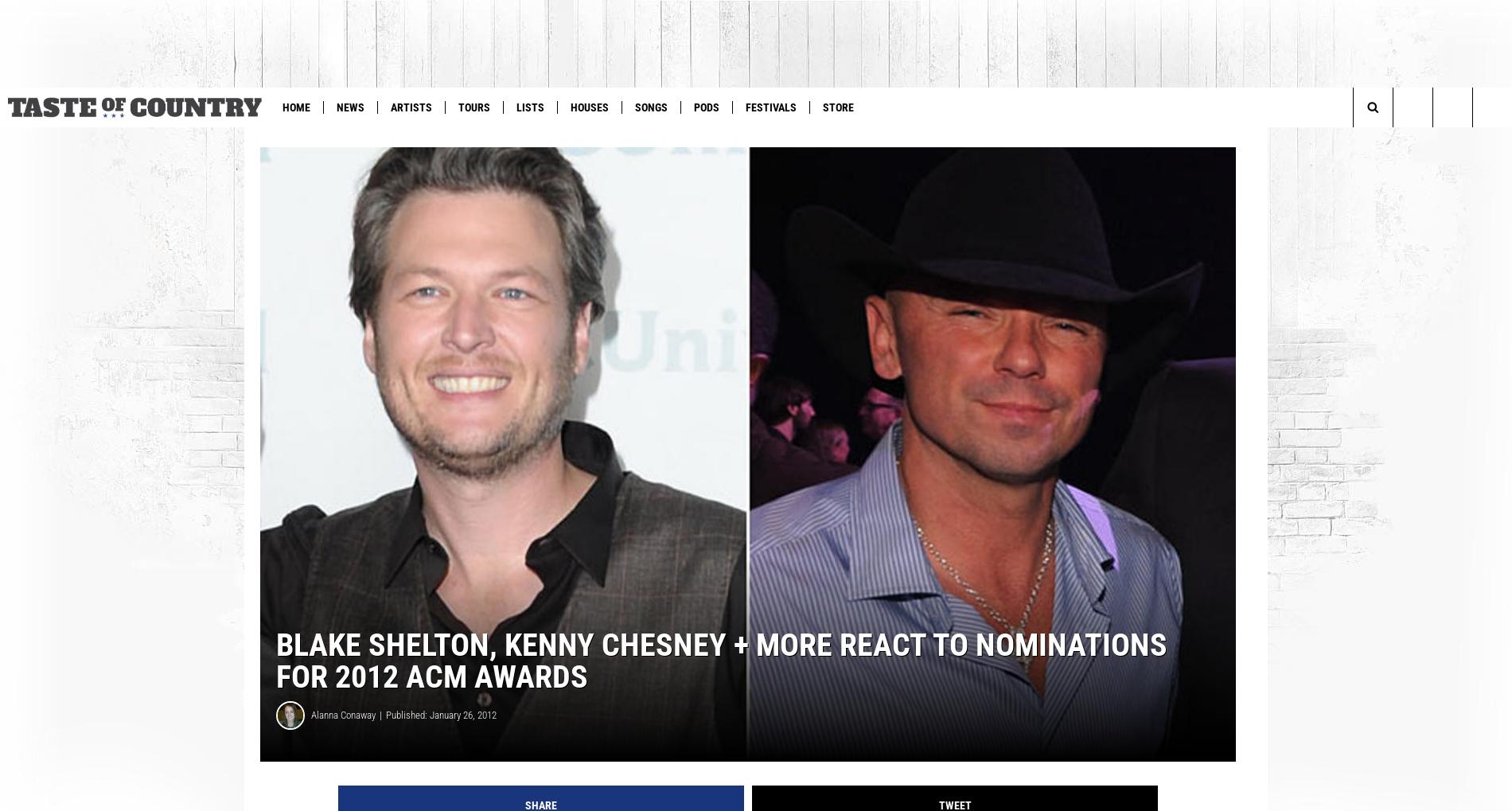 The height and width of the screenshot is (811, 1512). I want to click on 'Store', so click(838, 107).